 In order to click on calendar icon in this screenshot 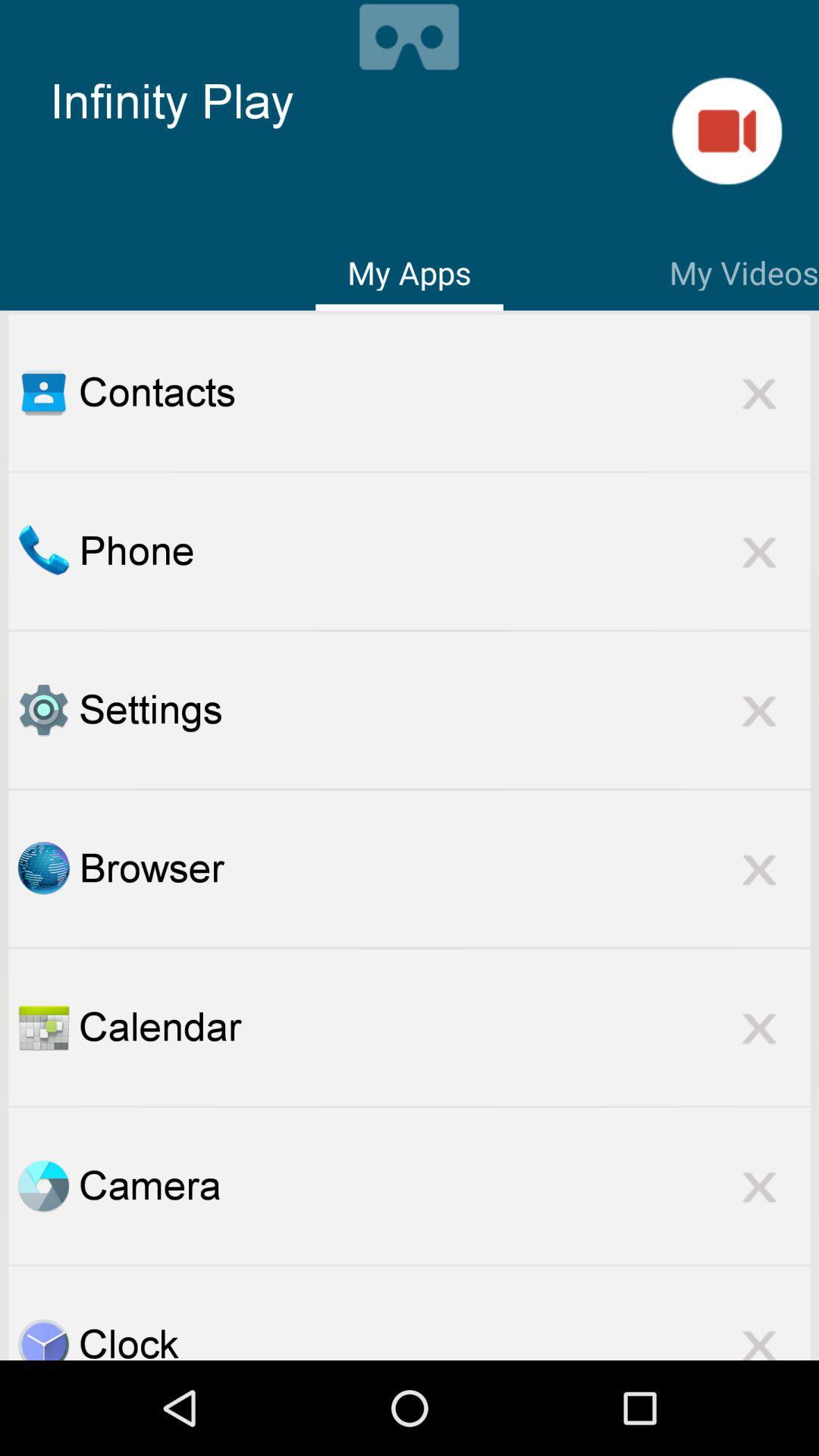, I will do `click(444, 1027)`.